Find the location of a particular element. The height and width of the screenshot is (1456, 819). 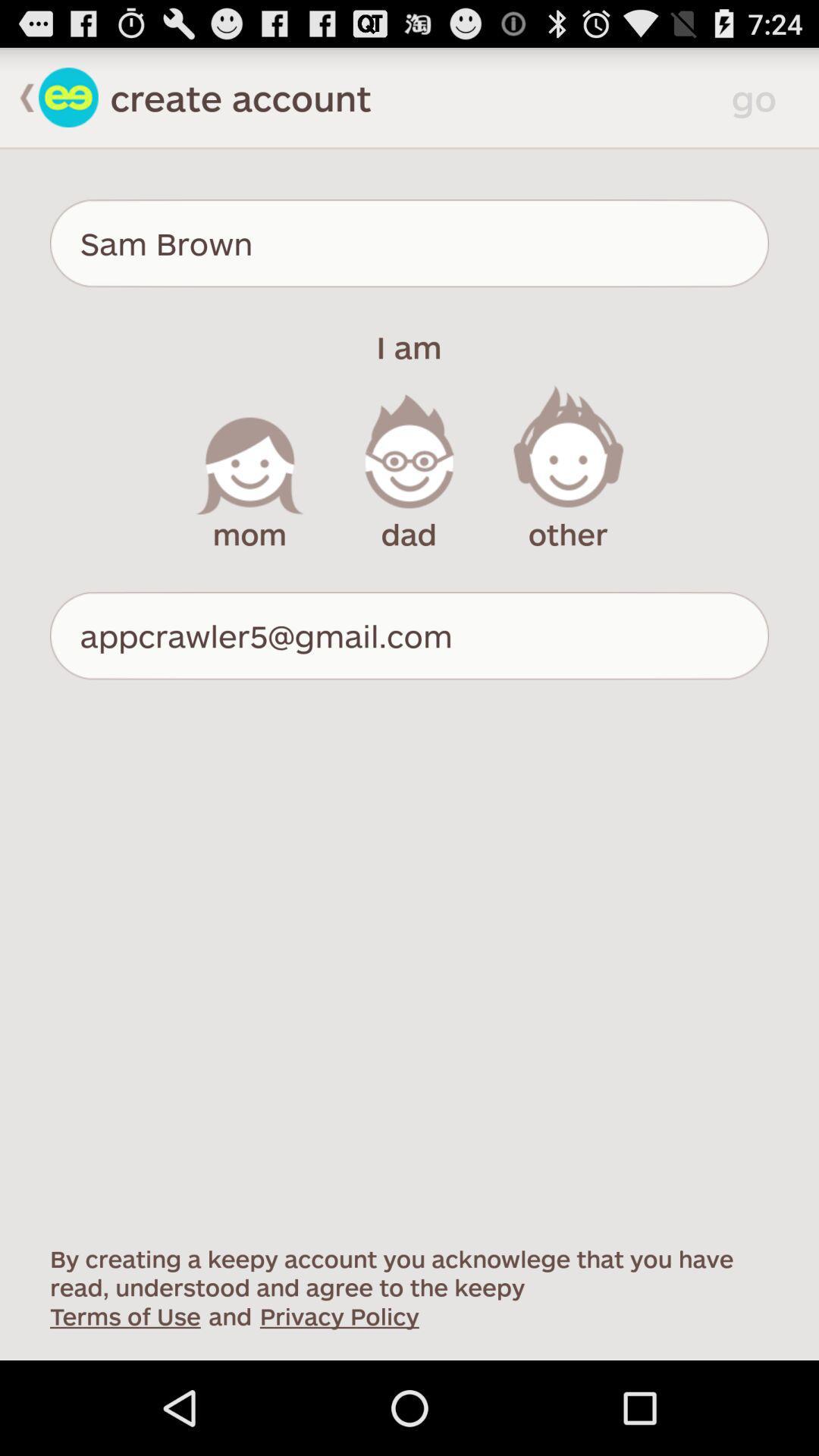

go back is located at coordinates (19, 96).